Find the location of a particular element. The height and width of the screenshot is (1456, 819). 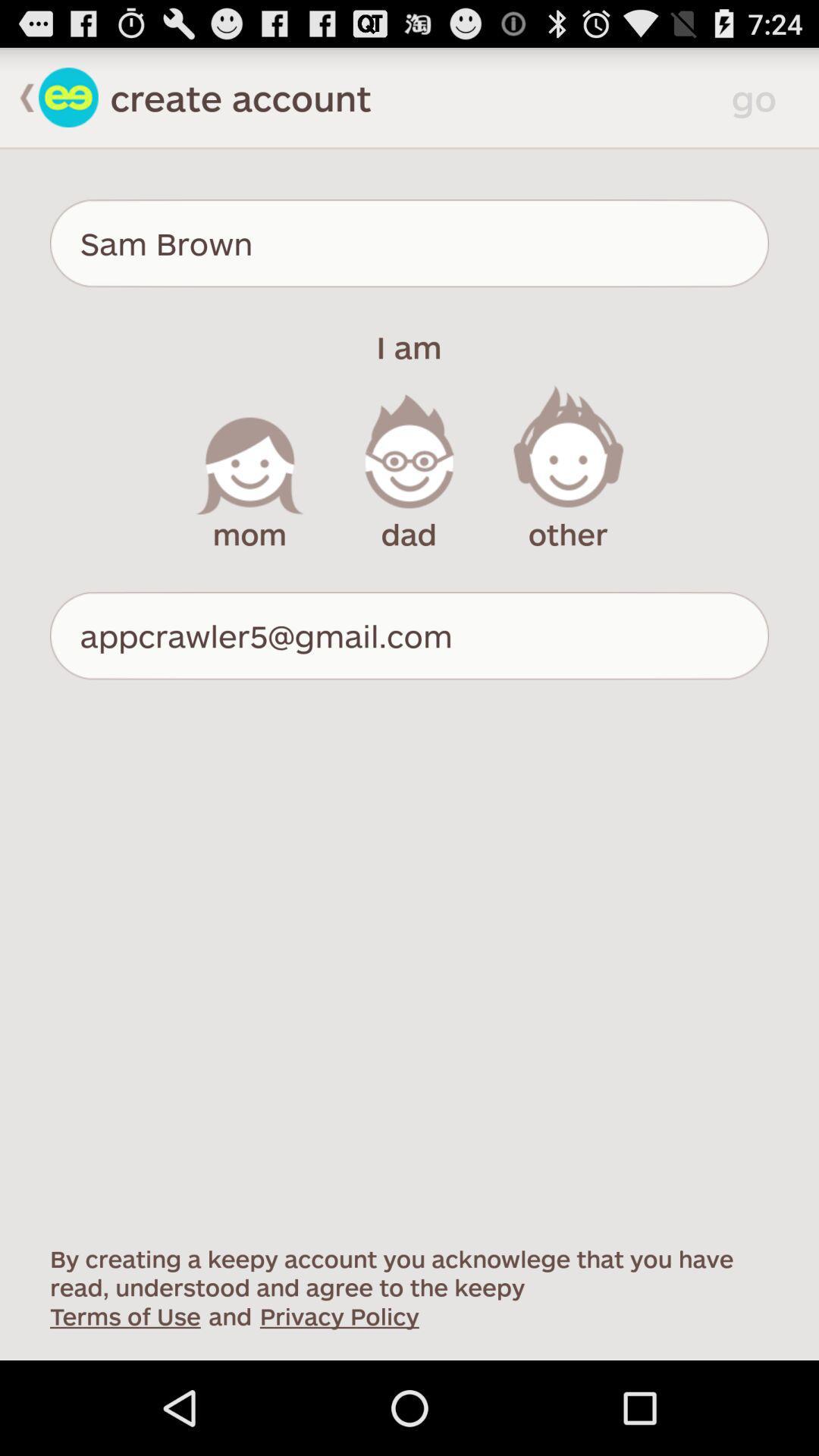

go back is located at coordinates (19, 96).